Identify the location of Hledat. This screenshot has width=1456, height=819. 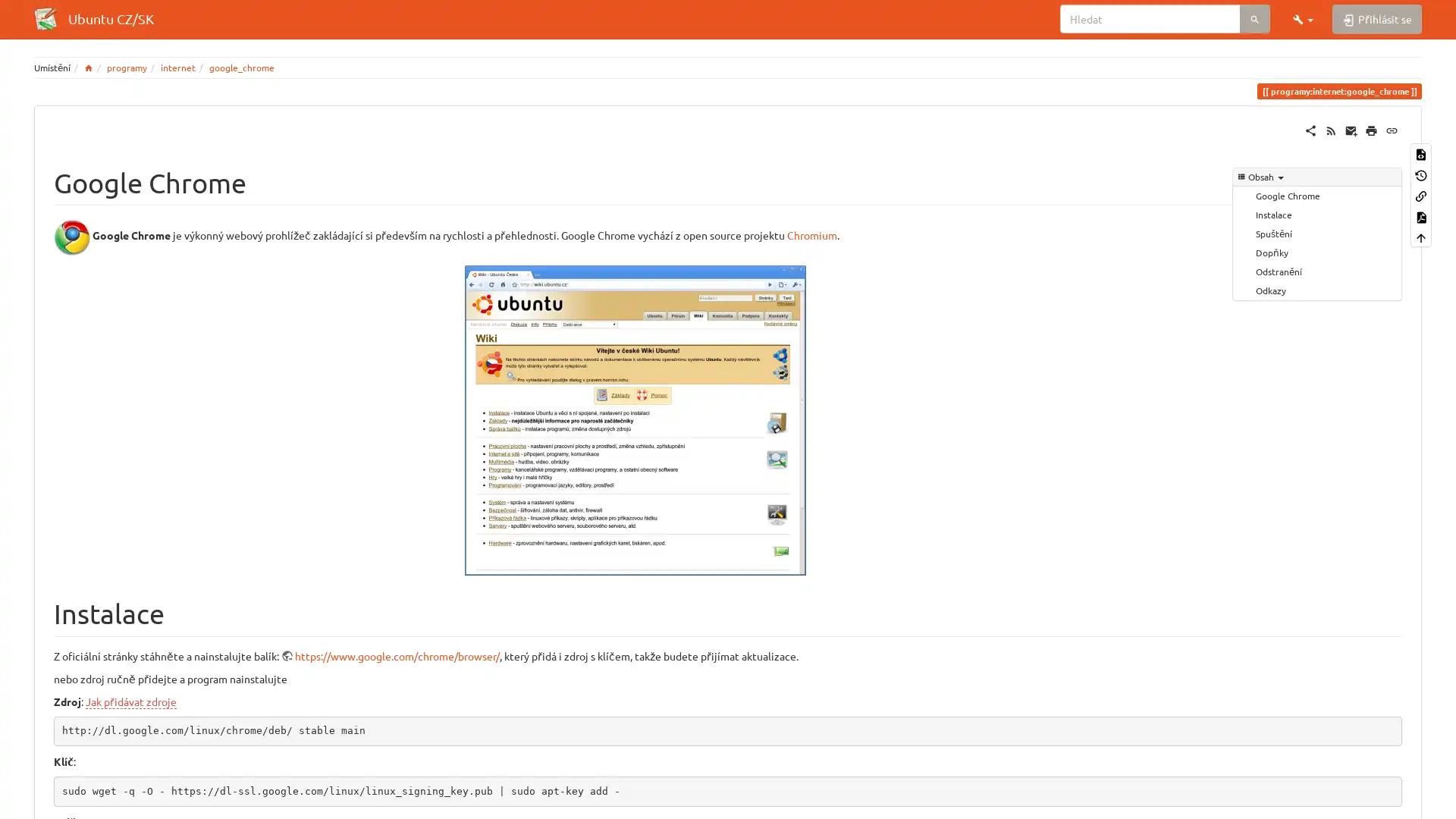
(1254, 18).